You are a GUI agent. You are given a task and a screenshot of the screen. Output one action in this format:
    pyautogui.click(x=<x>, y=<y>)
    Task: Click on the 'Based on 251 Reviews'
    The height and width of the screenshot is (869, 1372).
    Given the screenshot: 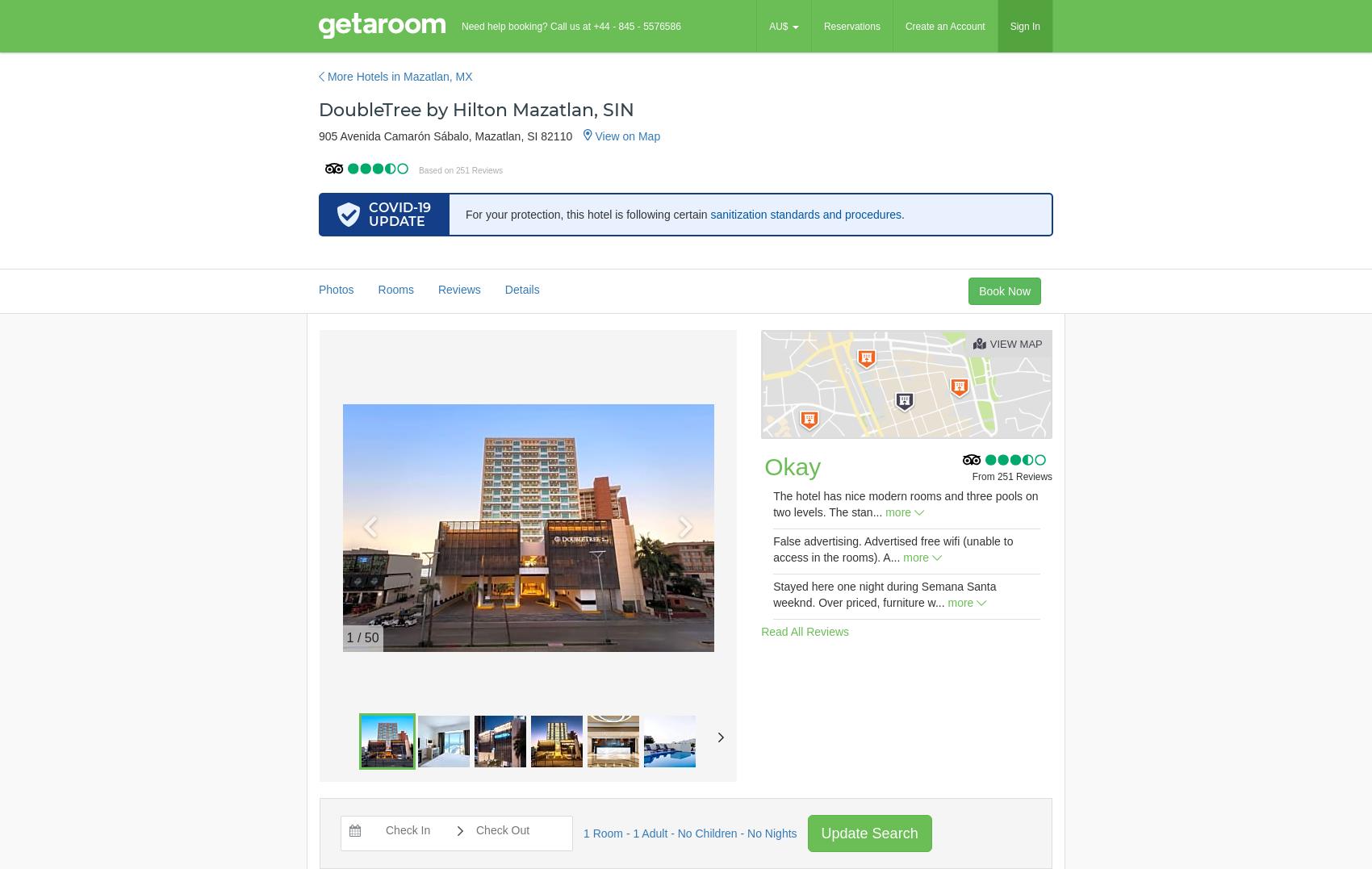 What is the action you would take?
    pyautogui.click(x=460, y=169)
    